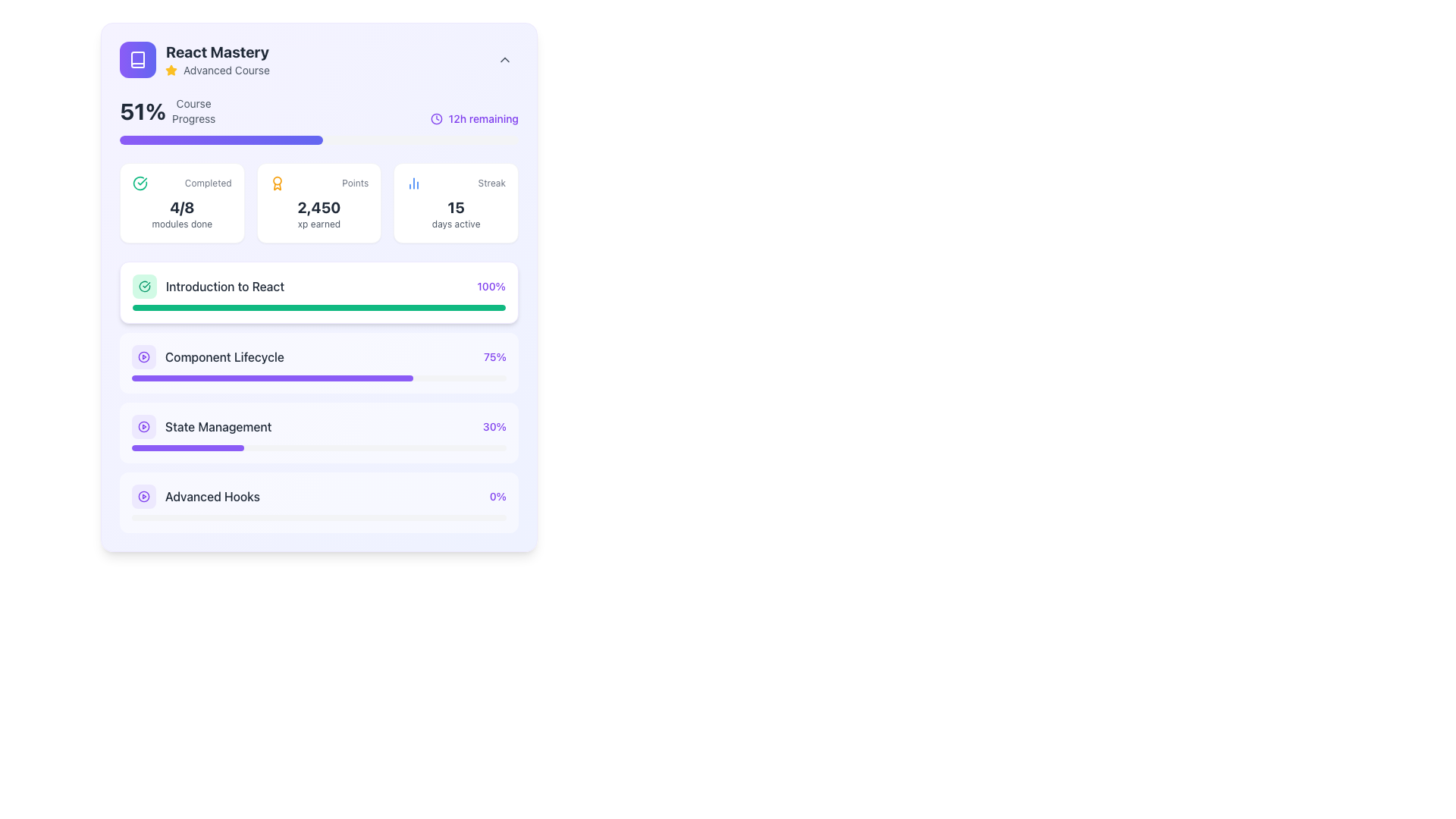  What do you see at coordinates (218, 427) in the screenshot?
I see `the Text Label displaying 'State Management' which is the third module title in the list of course modules, positioned below 'Component Lifecycle' and above 'Advanced Hooks'` at bounding box center [218, 427].